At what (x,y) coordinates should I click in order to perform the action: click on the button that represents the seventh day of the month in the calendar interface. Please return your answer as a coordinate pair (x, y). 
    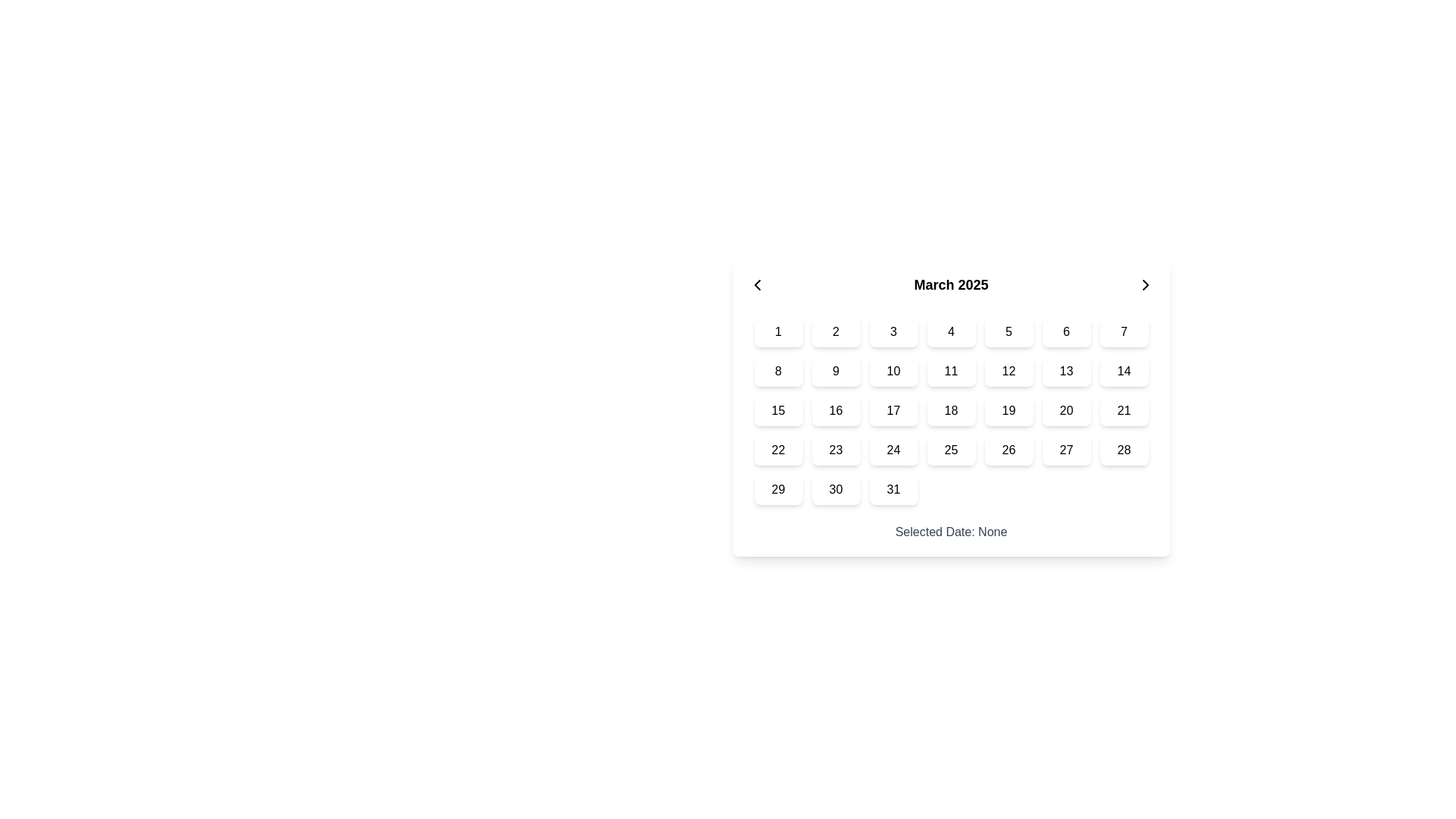
    Looking at the image, I should click on (1124, 331).